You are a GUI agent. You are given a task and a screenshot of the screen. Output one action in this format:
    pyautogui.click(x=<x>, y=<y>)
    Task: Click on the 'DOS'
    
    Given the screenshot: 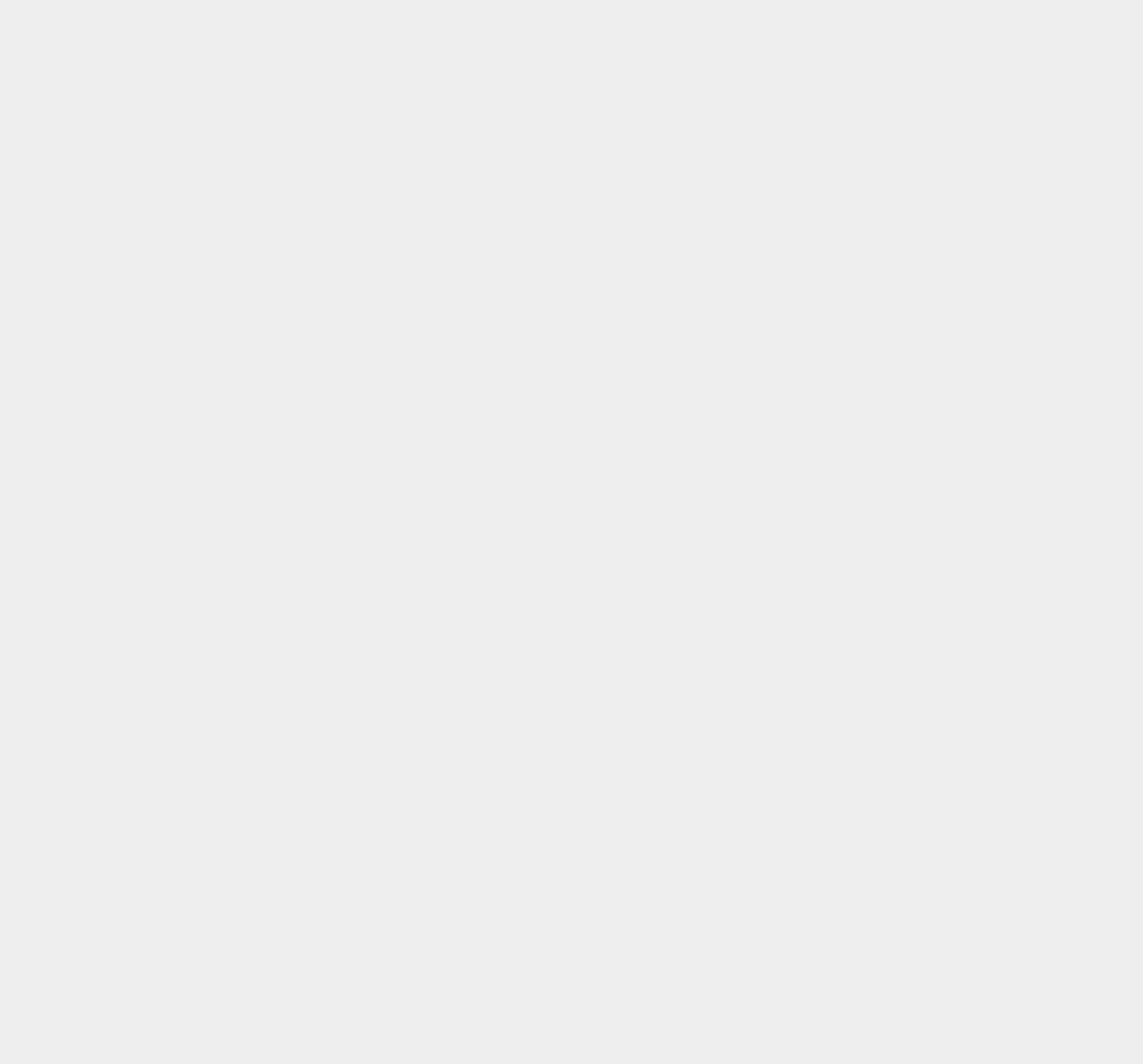 What is the action you would take?
    pyautogui.click(x=820, y=487)
    